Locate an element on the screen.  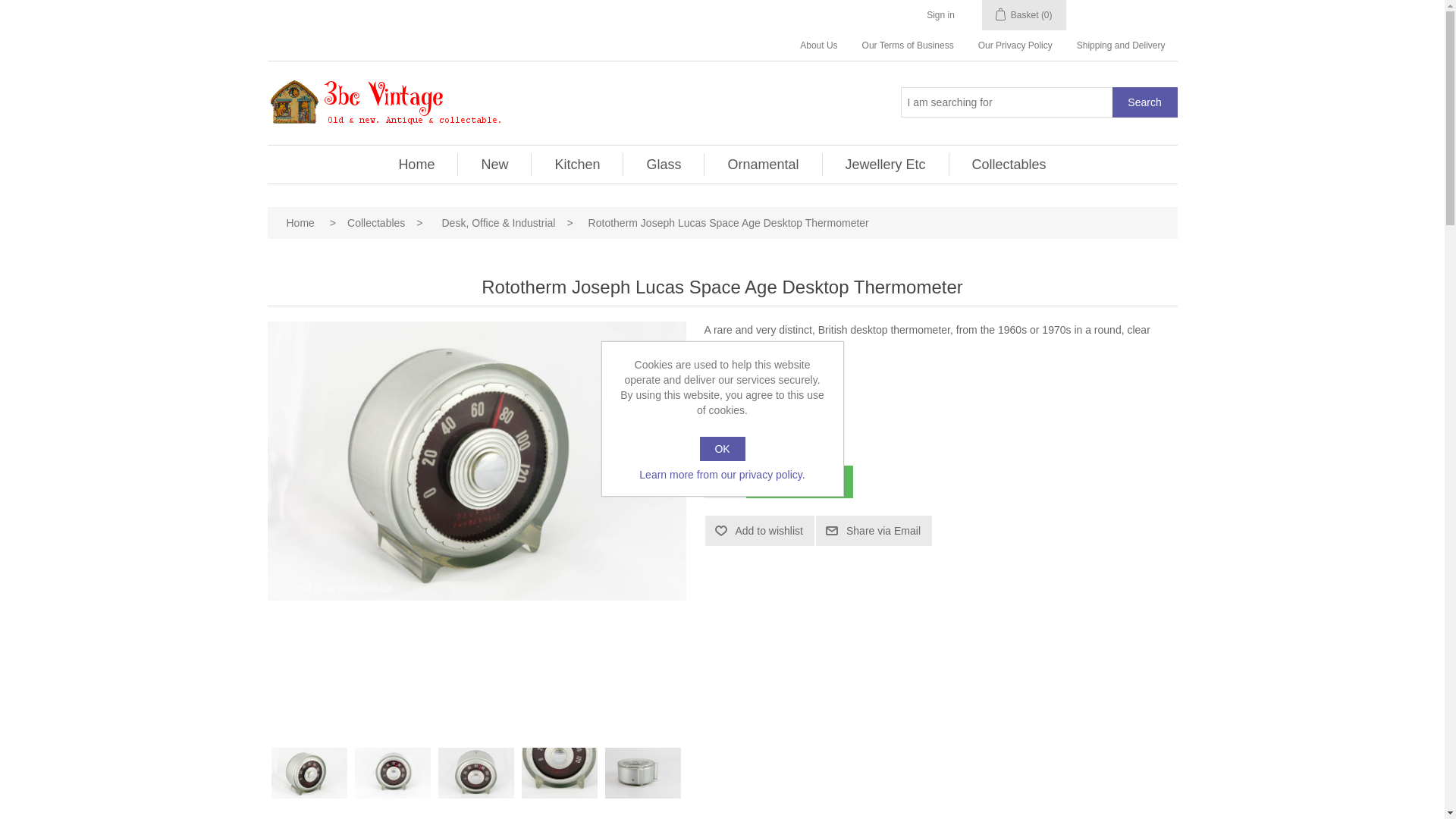
'Home' is located at coordinates (300, 222).